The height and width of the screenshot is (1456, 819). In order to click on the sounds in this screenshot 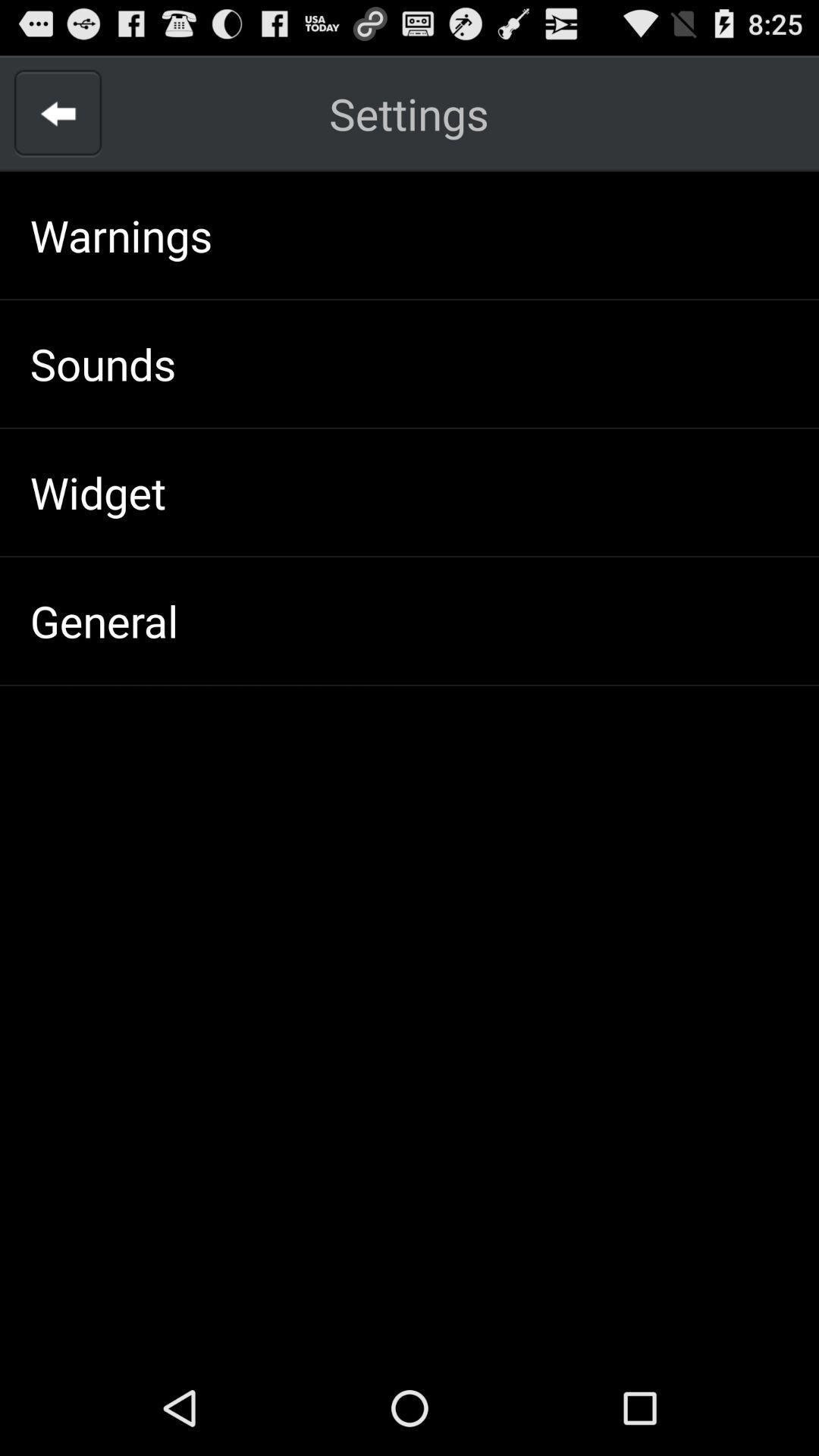, I will do `click(102, 362)`.